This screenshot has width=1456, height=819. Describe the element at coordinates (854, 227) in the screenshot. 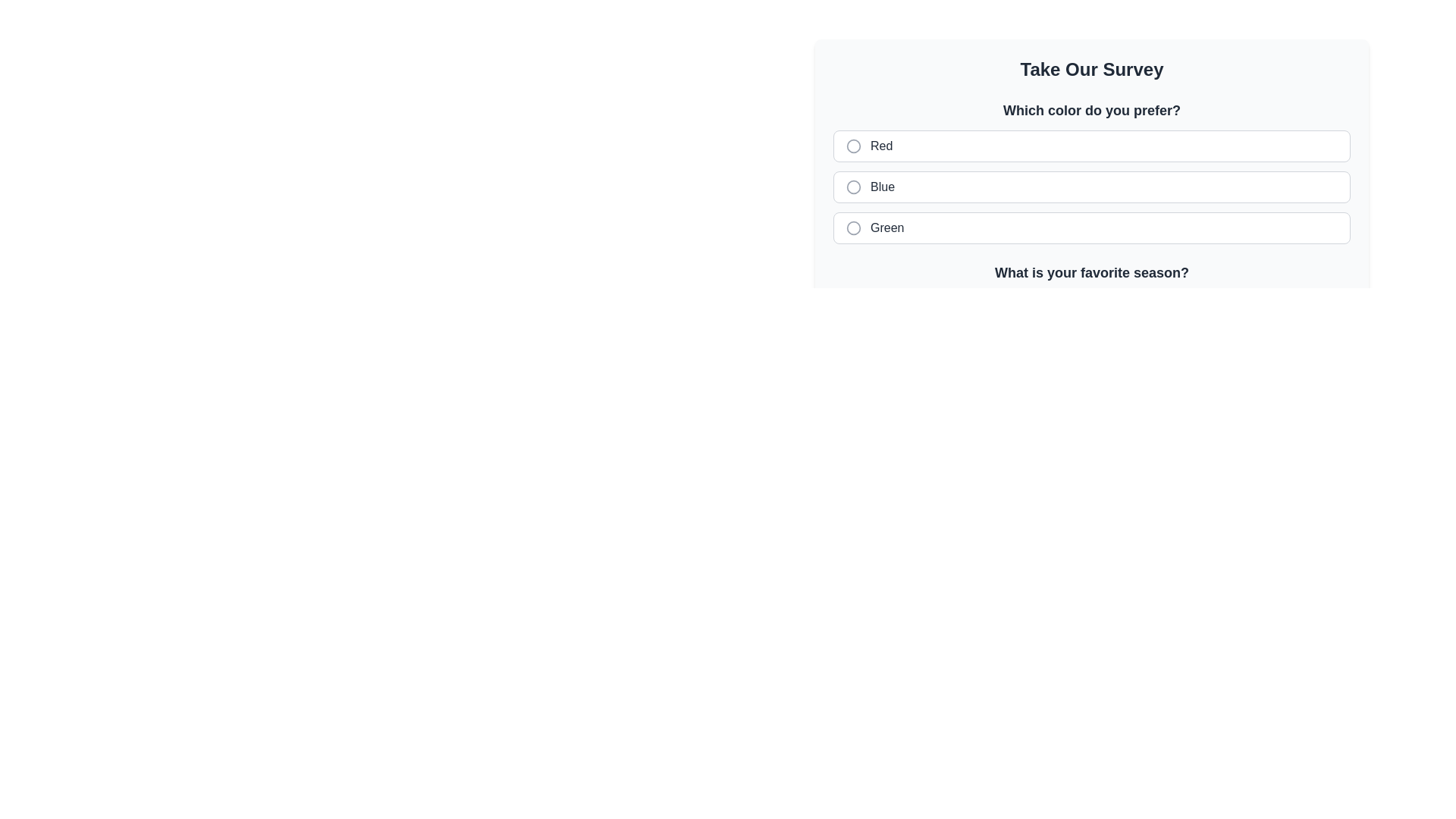

I see `the circular graphic of the radio button indicator for the 'Green' option within the survey section for accessibility navigation` at that location.